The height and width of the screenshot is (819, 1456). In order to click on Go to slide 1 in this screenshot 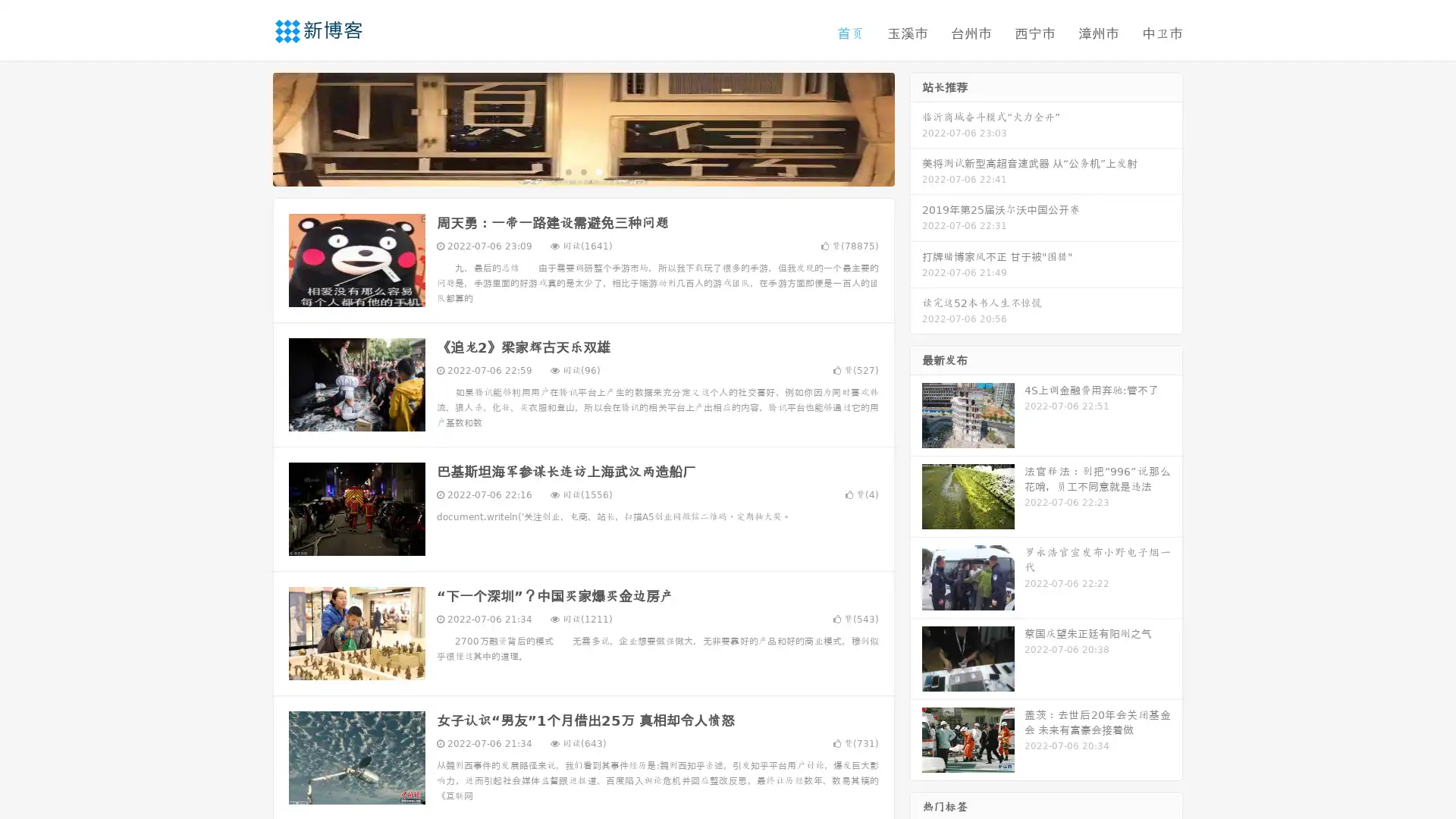, I will do `click(567, 171)`.